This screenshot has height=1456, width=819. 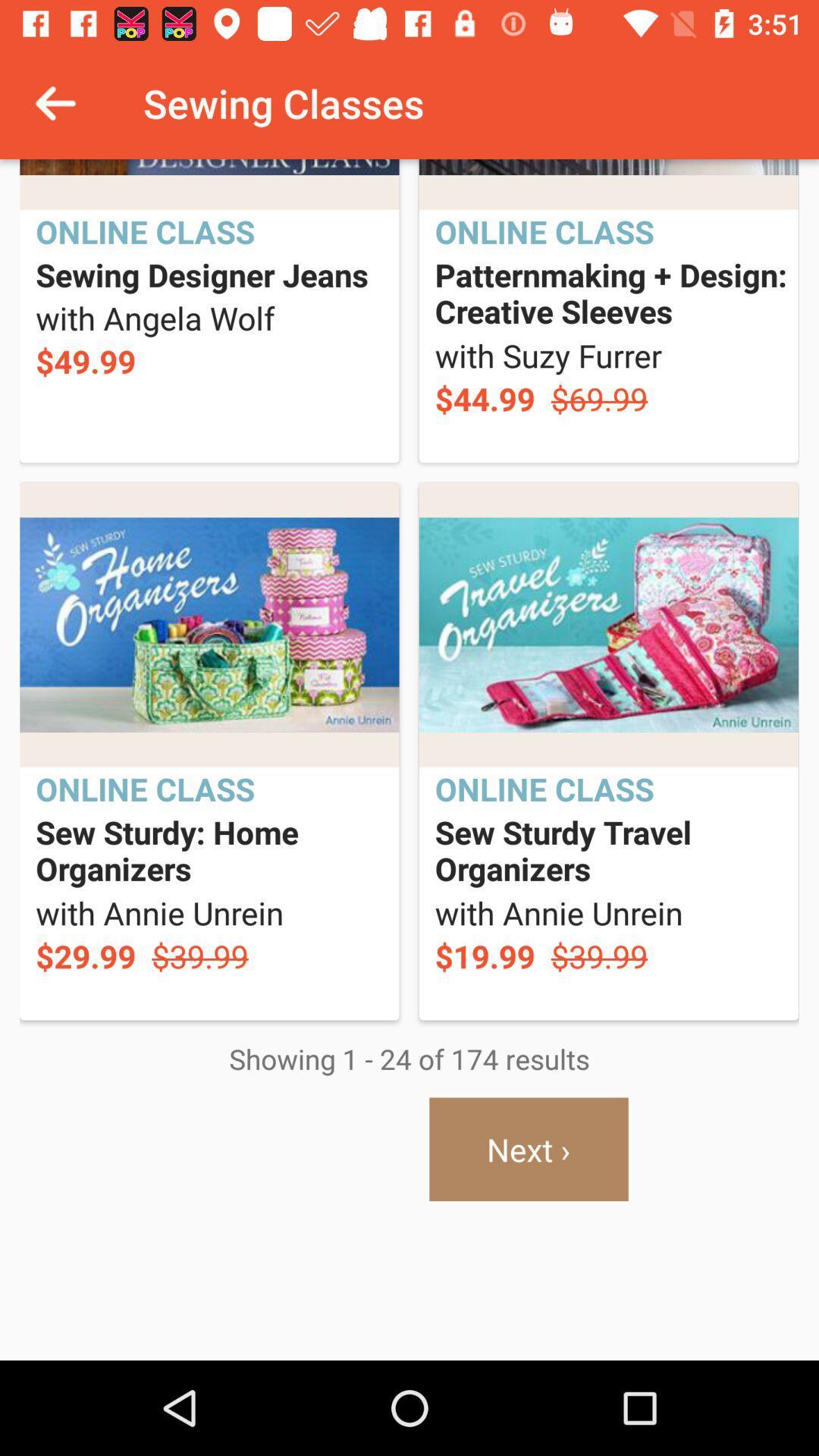 What do you see at coordinates (55, 102) in the screenshot?
I see `icon next to sewing classes icon` at bounding box center [55, 102].